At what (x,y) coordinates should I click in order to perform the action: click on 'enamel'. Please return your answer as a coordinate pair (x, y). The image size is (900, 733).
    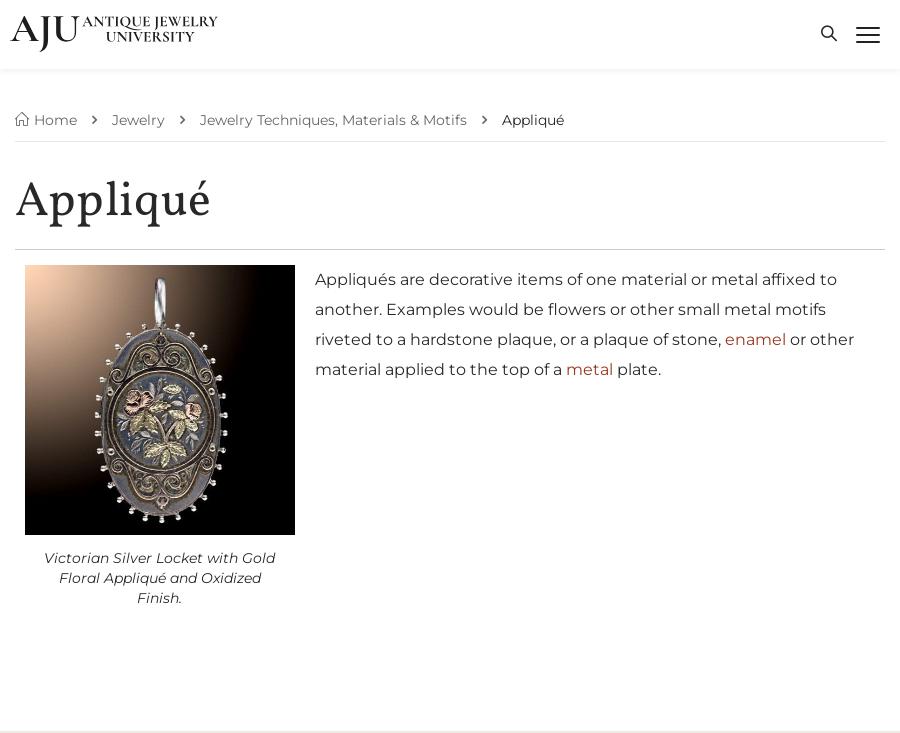
    Looking at the image, I should click on (753, 337).